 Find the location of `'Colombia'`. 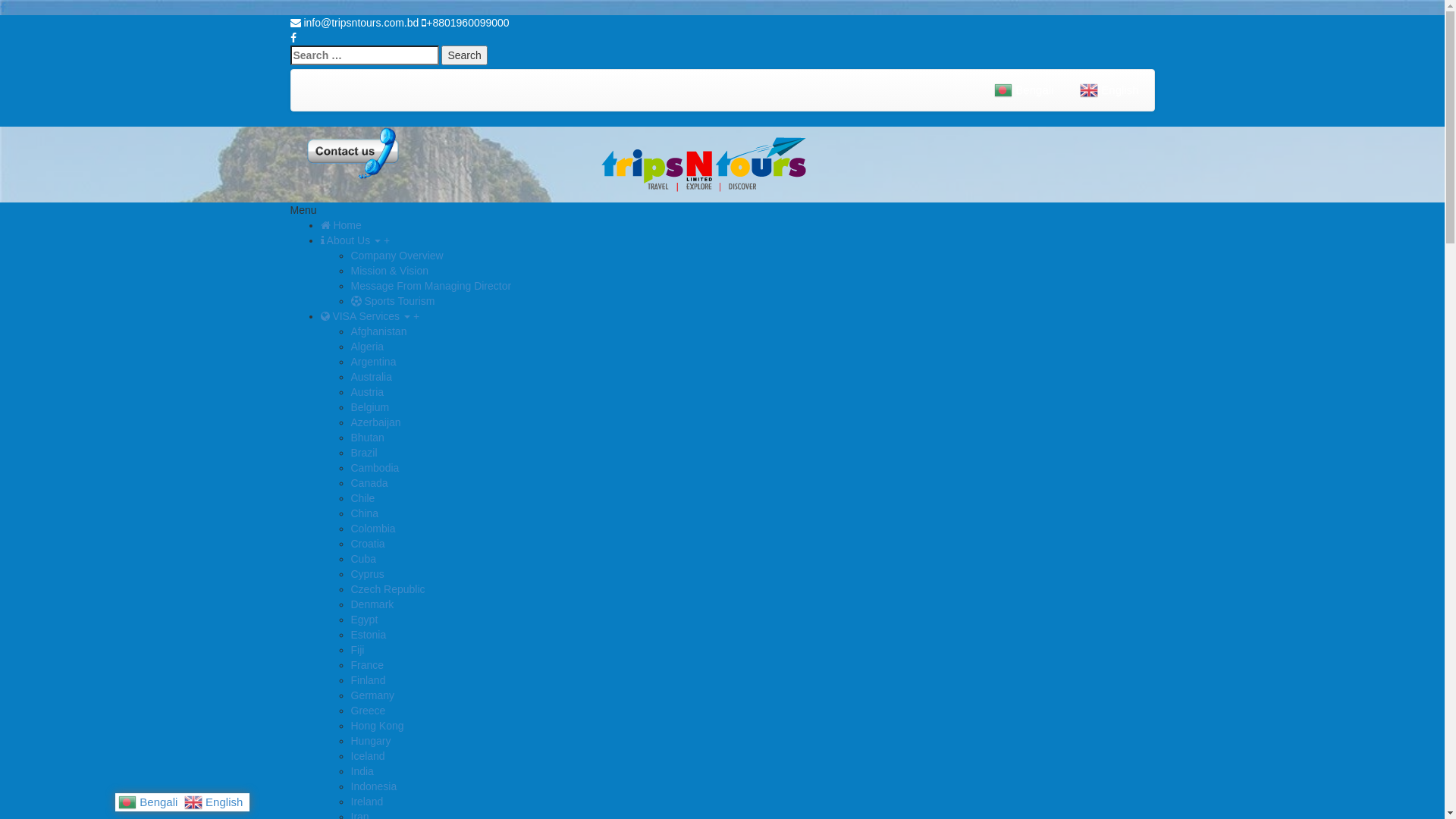

'Colombia' is located at coordinates (372, 528).